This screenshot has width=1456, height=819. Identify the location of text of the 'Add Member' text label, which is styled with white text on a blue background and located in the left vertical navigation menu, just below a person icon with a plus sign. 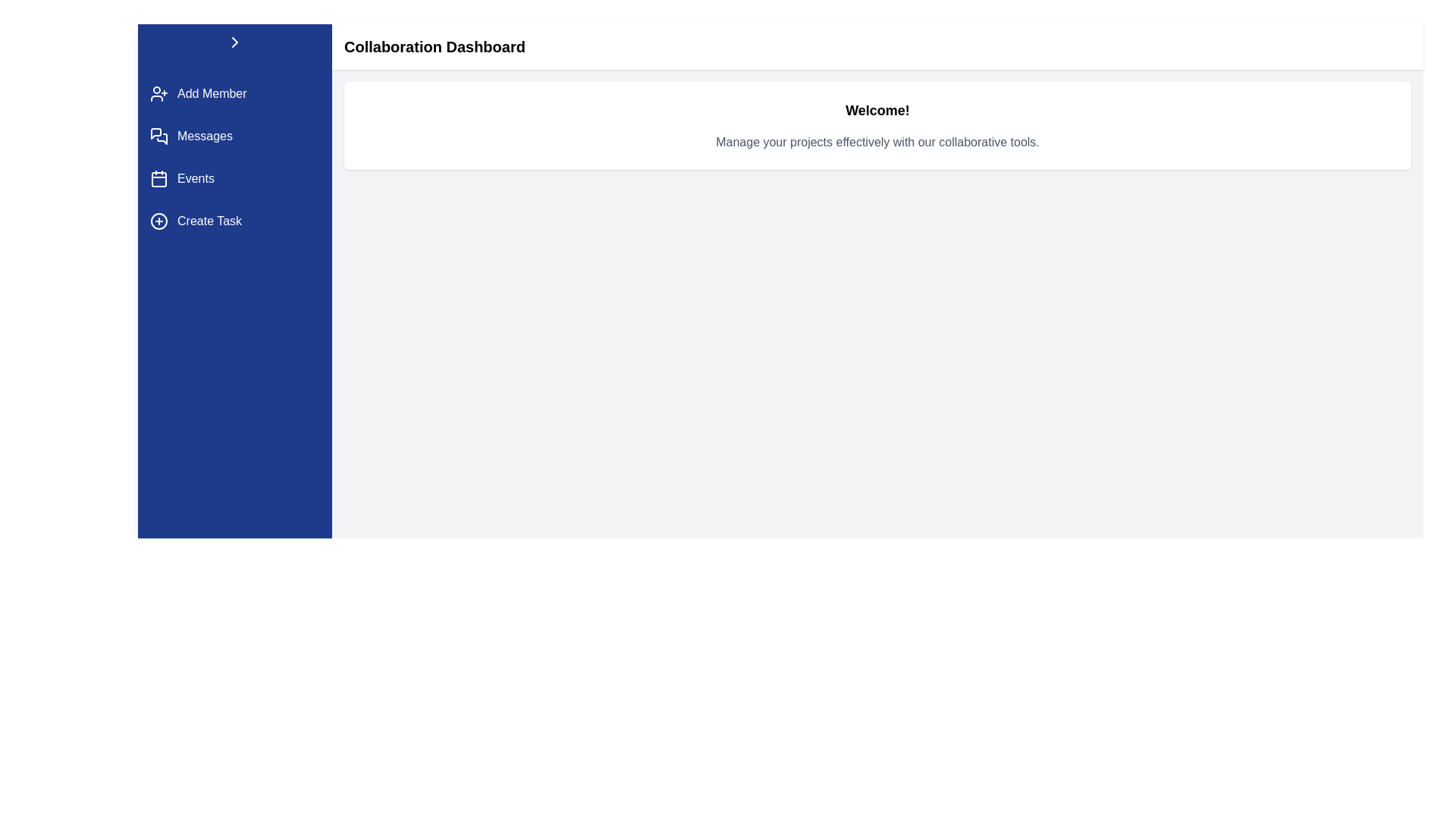
(211, 93).